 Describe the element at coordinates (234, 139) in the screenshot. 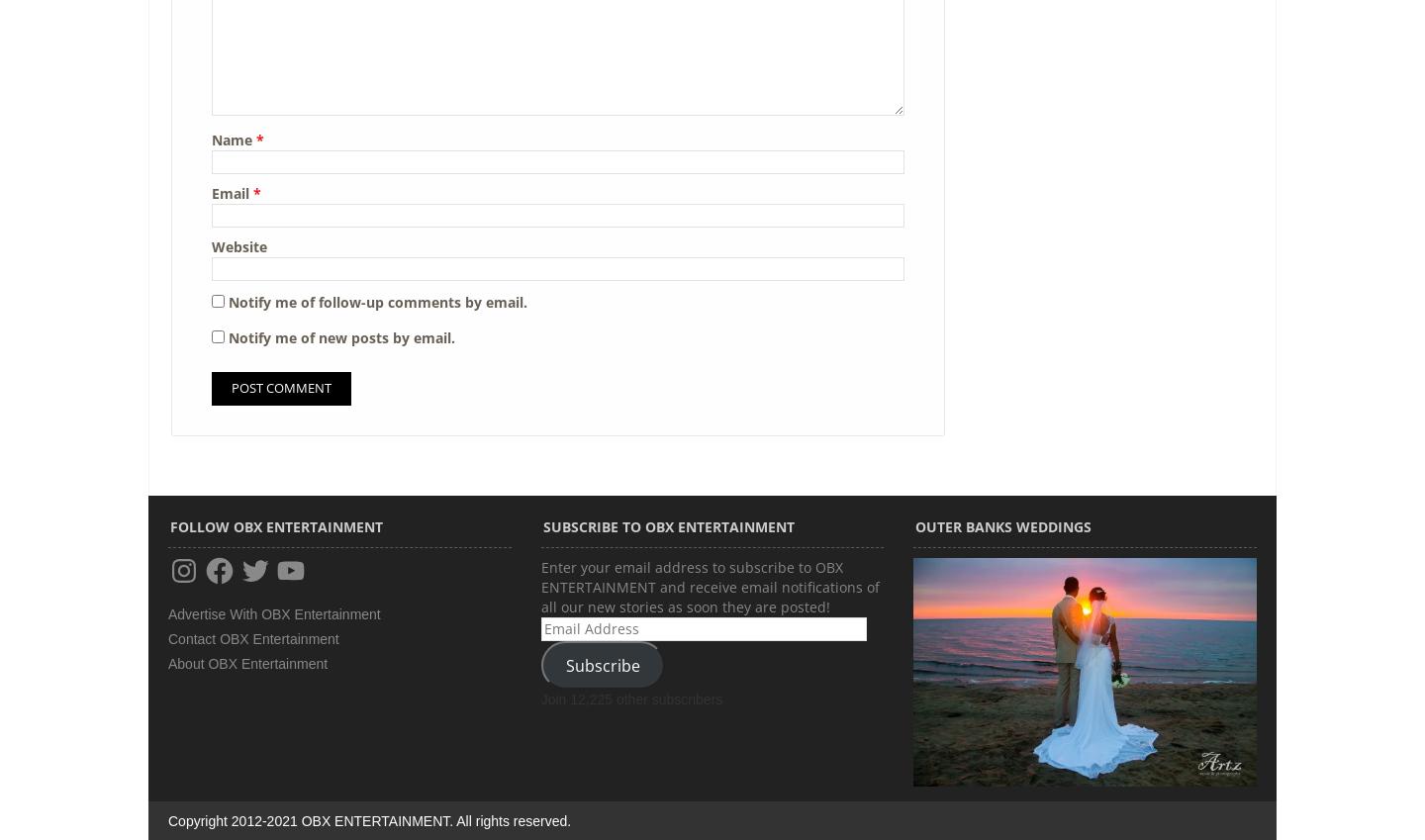

I see `'Name'` at that location.